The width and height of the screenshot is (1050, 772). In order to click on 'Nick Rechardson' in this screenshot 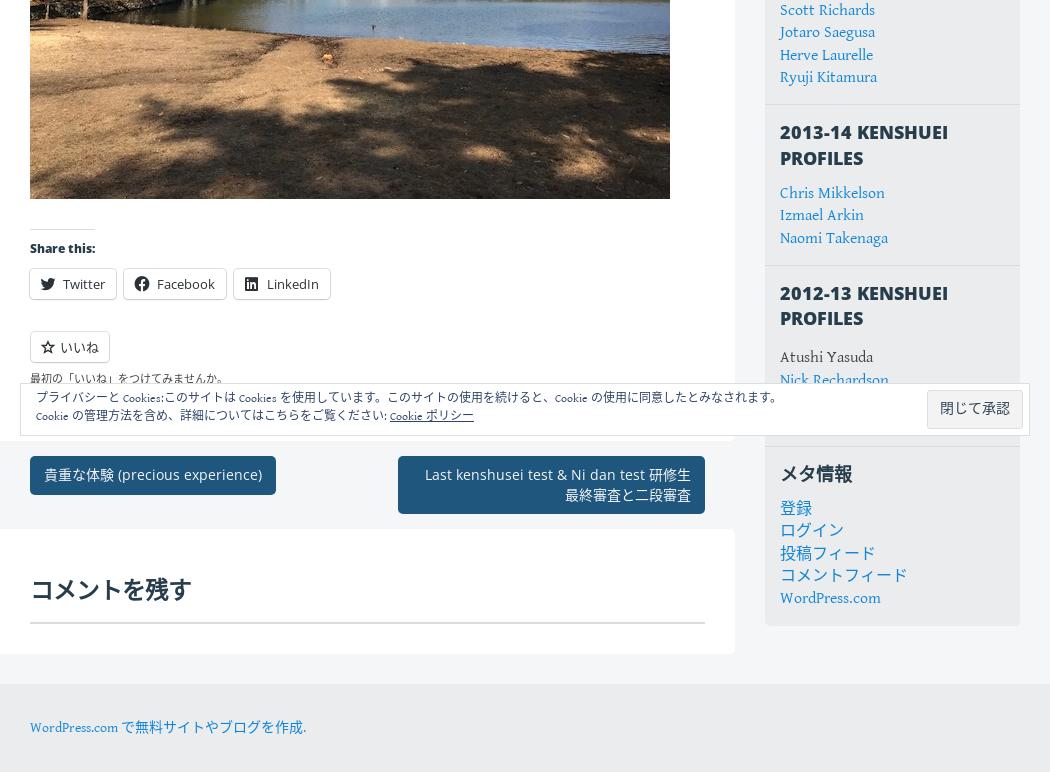, I will do `click(834, 378)`.